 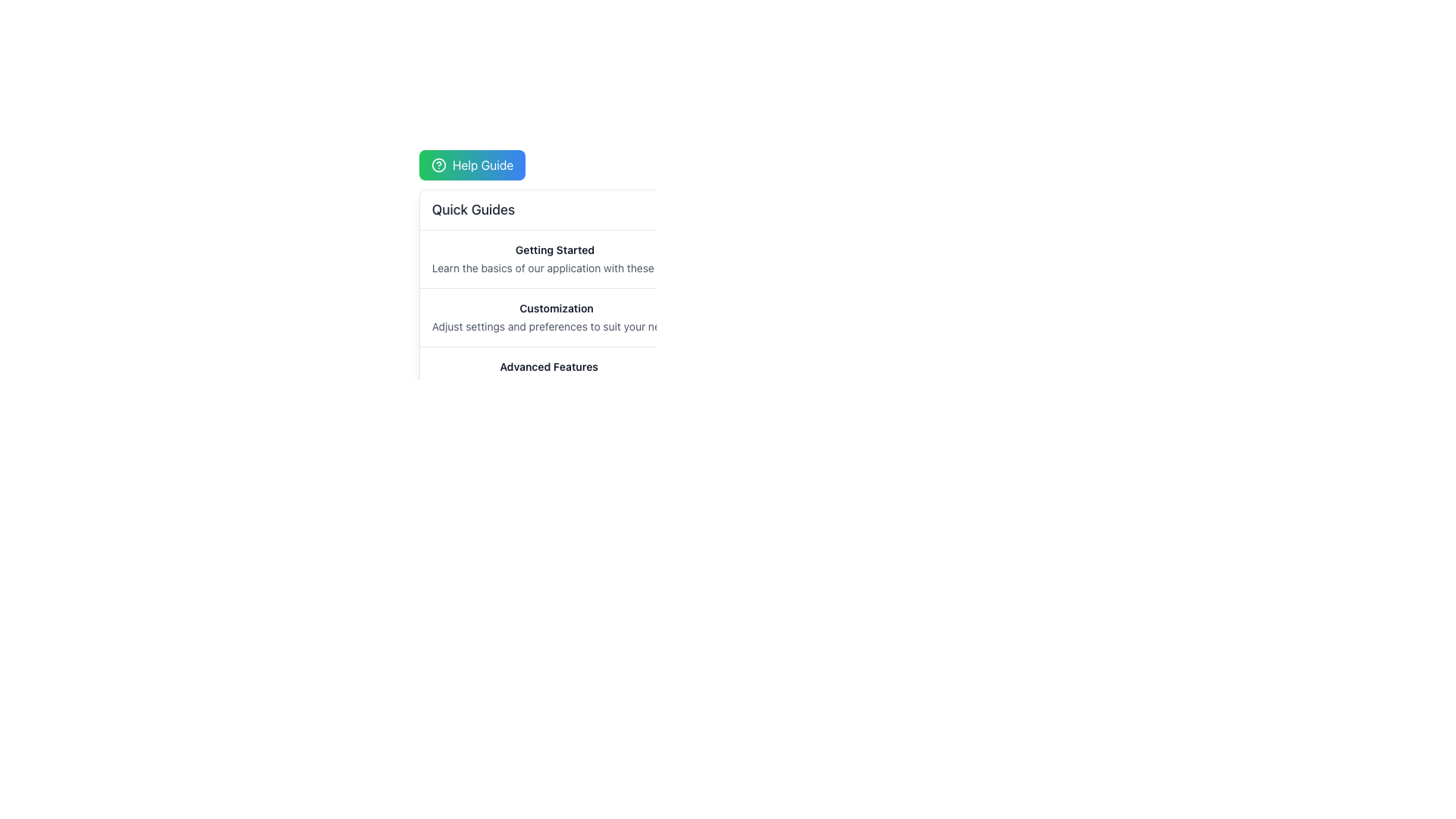 What do you see at coordinates (472, 210) in the screenshot?
I see `the header text 'Quick Guides' located near the top-left of the panel below the 'Help Guide' button` at bounding box center [472, 210].